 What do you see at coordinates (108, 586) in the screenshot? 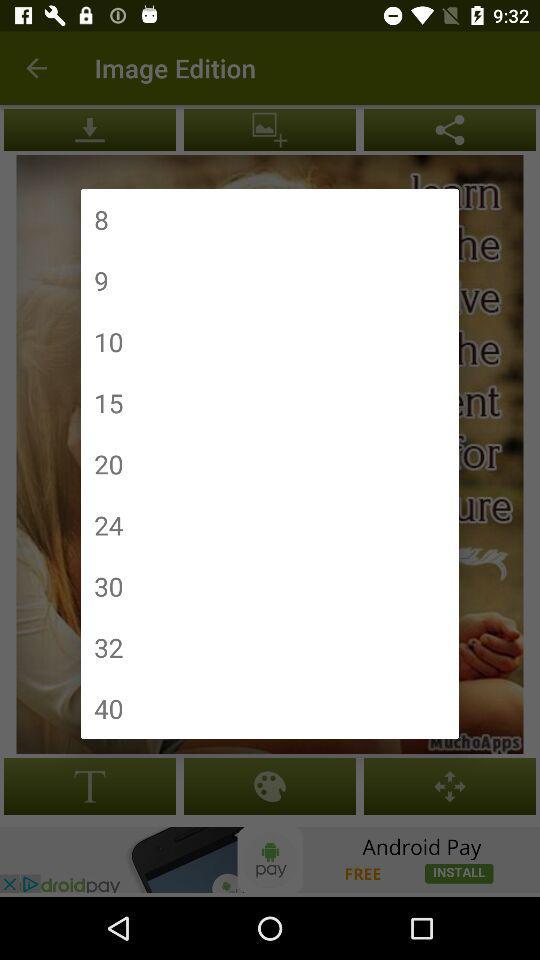
I see `the 30 item` at bounding box center [108, 586].